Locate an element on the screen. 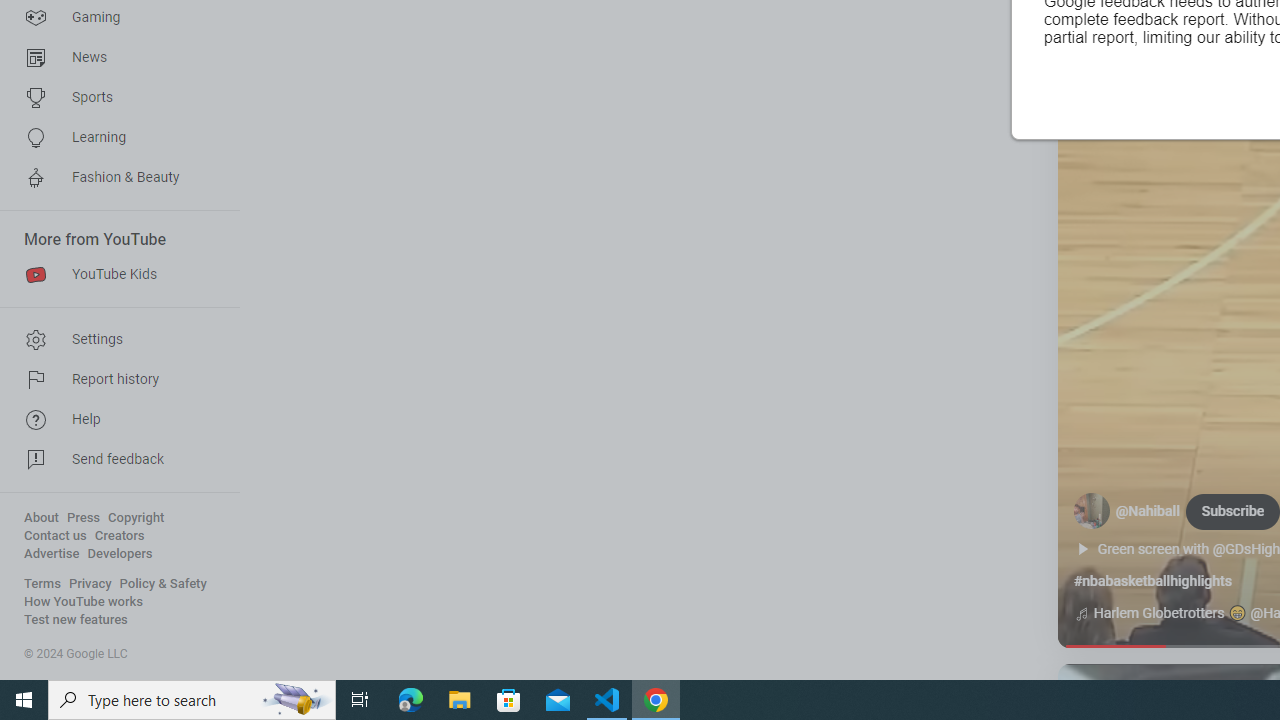 This screenshot has height=720, width=1280. 'Contact us' is located at coordinates (55, 535).